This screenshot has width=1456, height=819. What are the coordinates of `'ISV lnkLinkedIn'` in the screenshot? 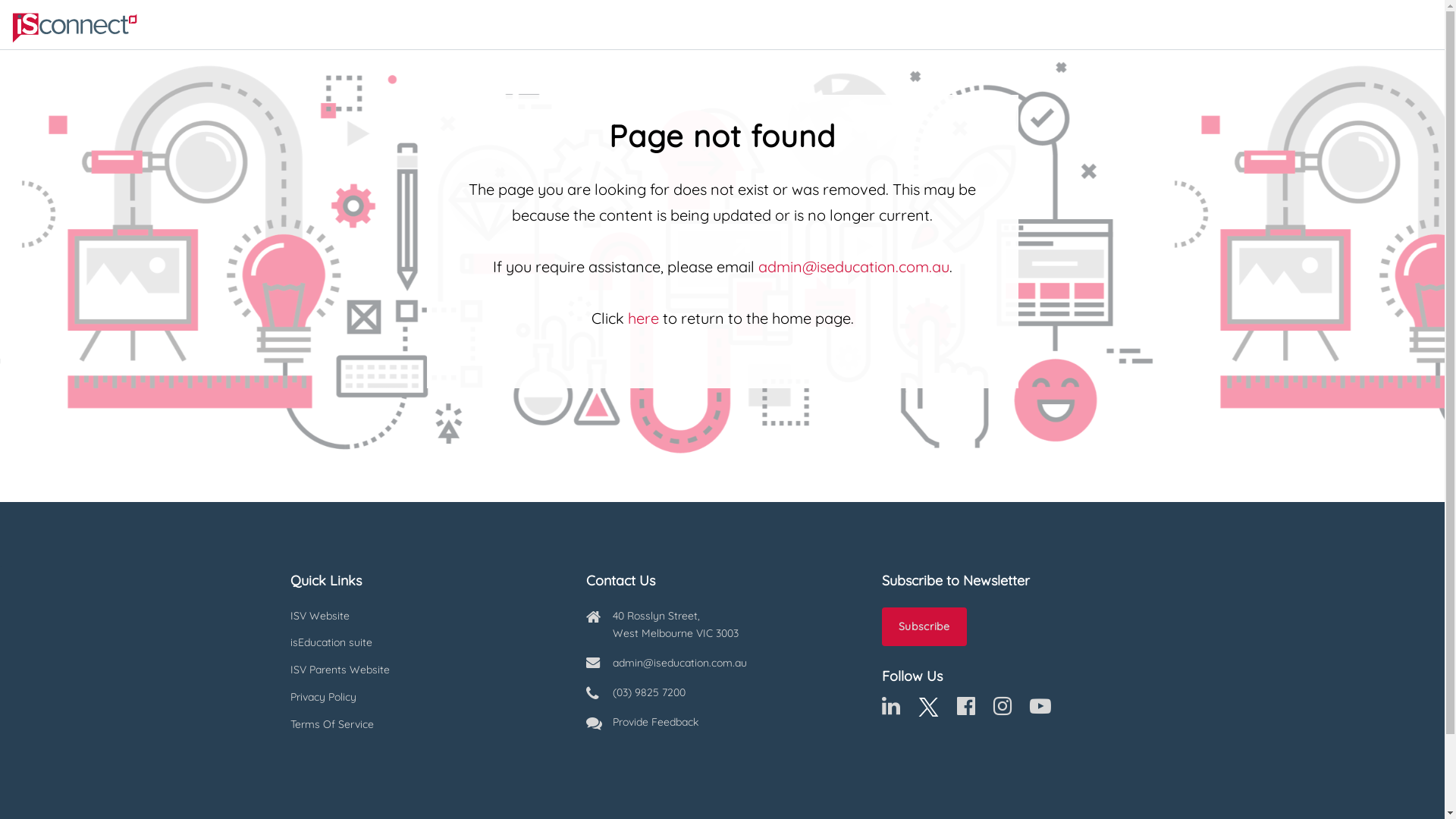 It's located at (890, 710).